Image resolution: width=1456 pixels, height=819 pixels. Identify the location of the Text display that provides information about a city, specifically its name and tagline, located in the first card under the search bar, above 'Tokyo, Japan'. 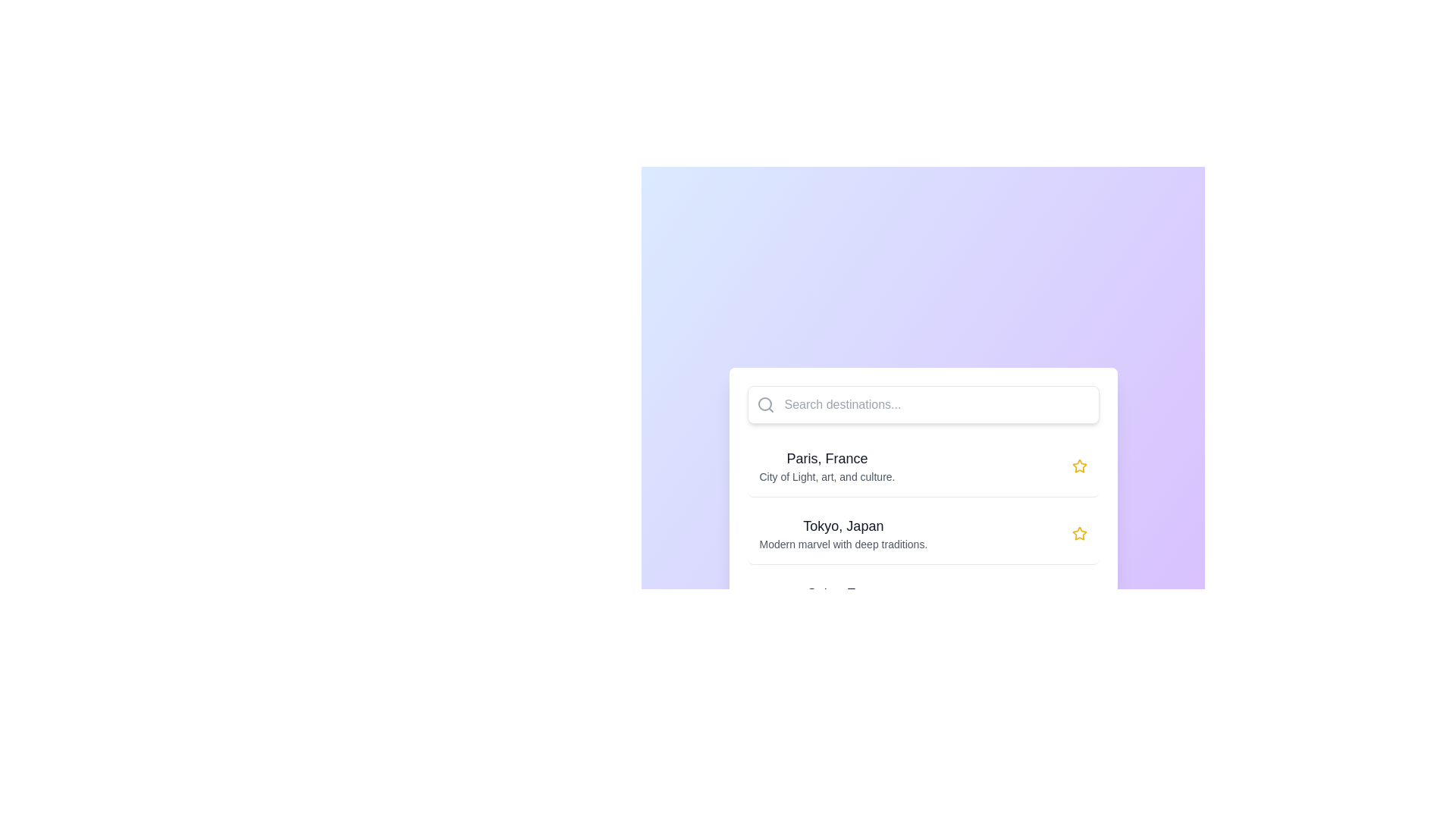
(826, 465).